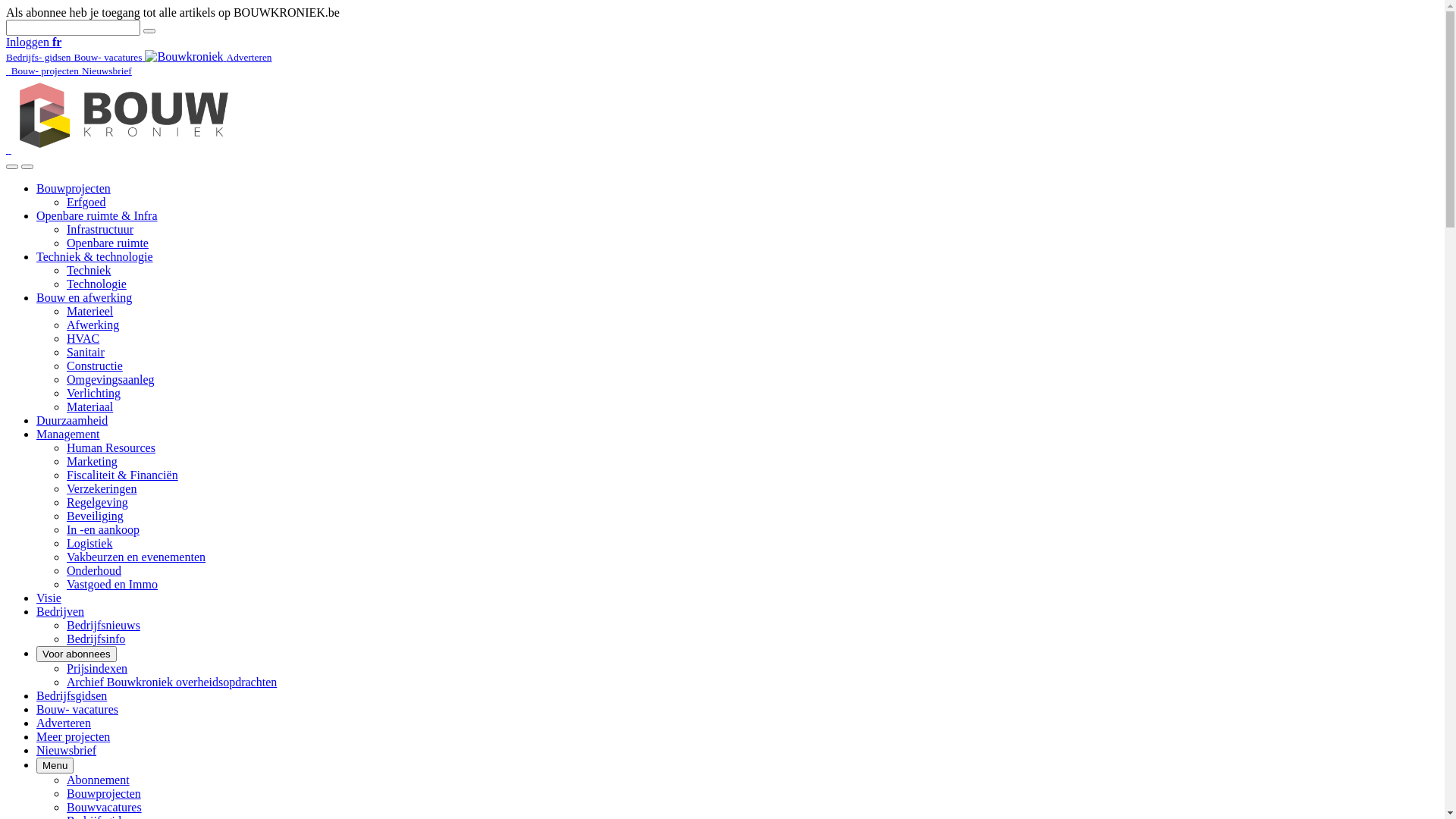 This screenshot has height=819, width=1456. Describe the element at coordinates (108, 55) in the screenshot. I see `'Bouw- vacatures'` at that location.